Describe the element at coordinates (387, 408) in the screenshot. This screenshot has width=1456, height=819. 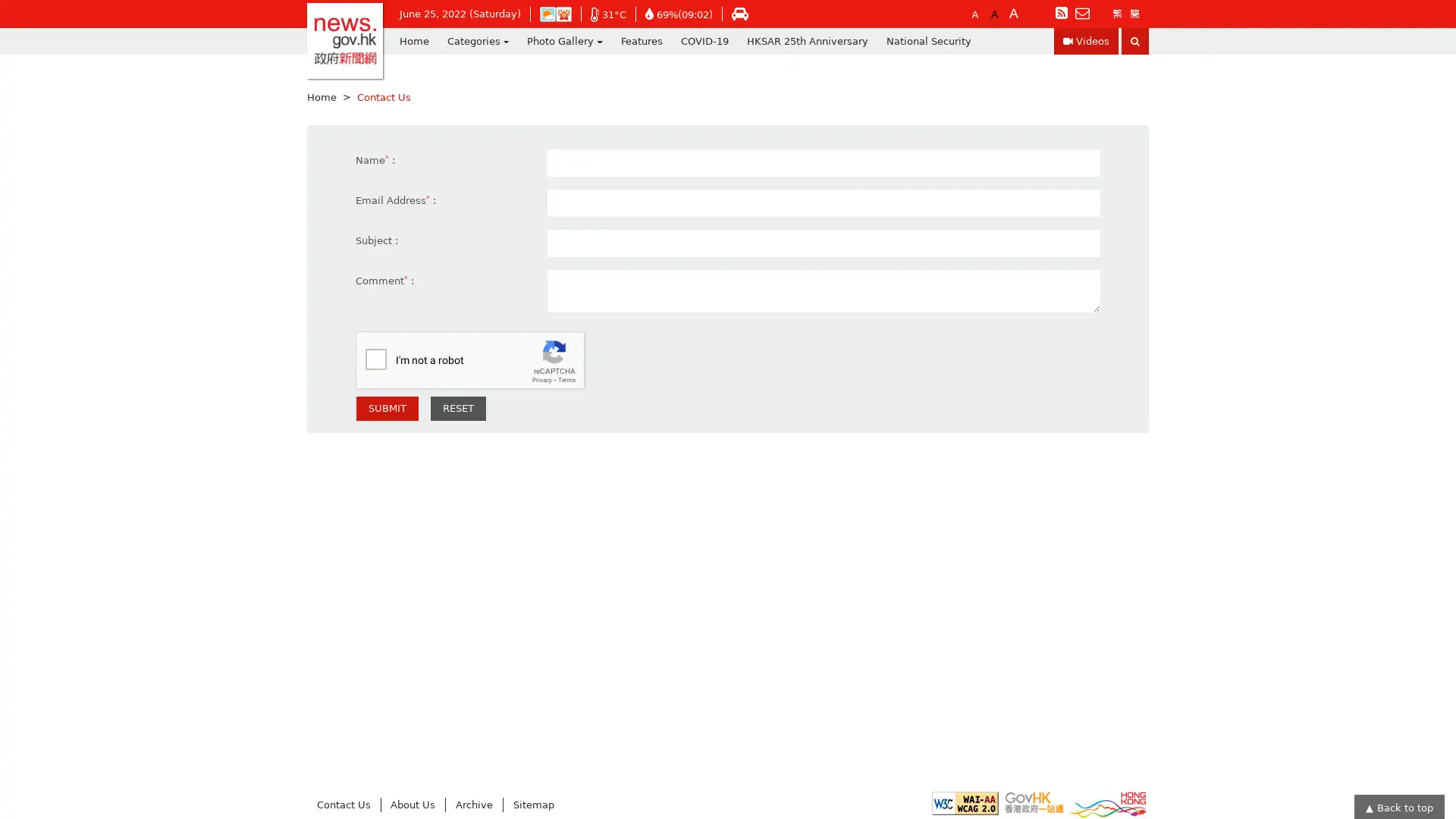
I see `SUBMIT` at that location.